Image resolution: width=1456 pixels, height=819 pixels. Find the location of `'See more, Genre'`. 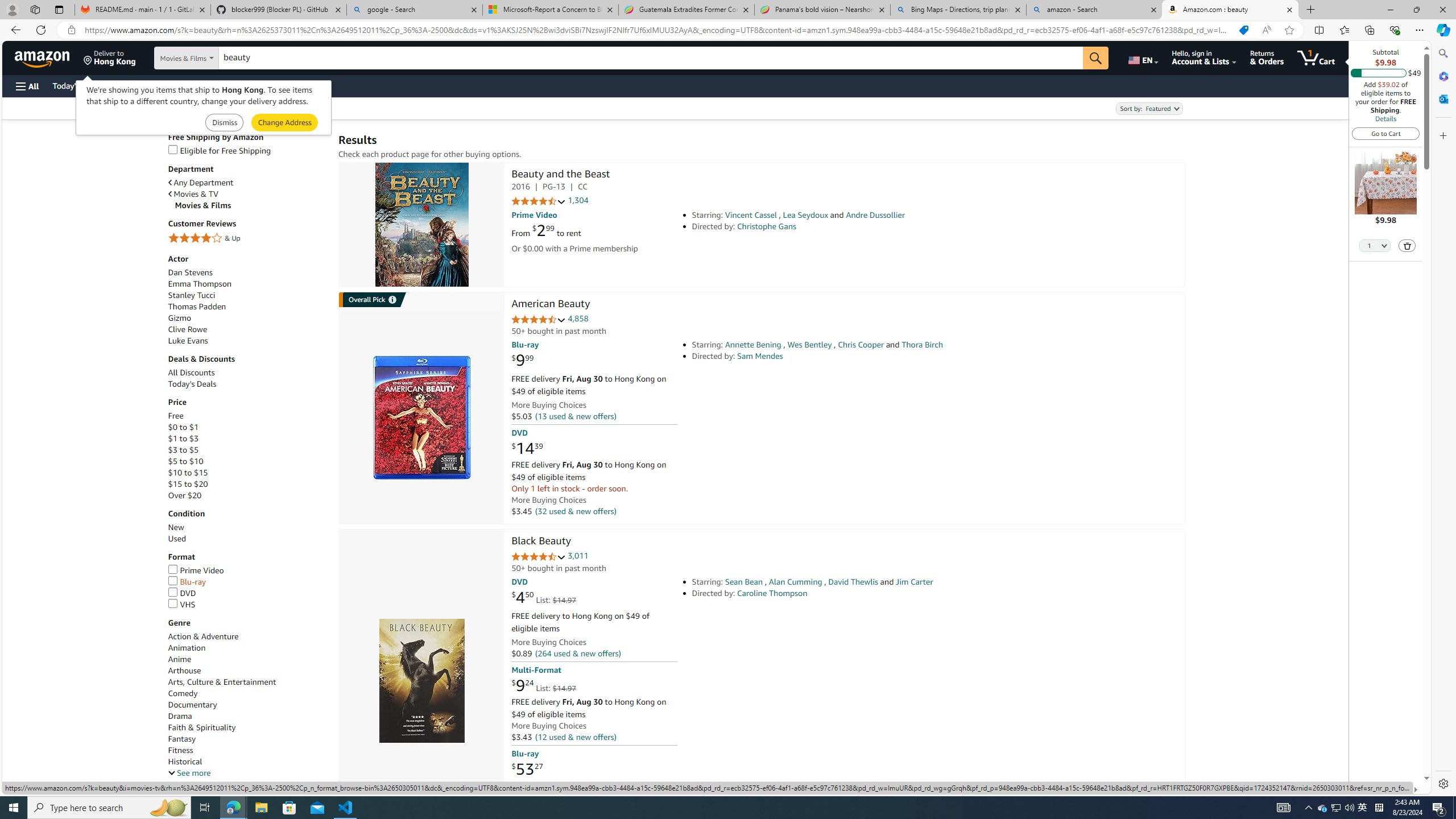

'See more, Genre' is located at coordinates (188, 773).